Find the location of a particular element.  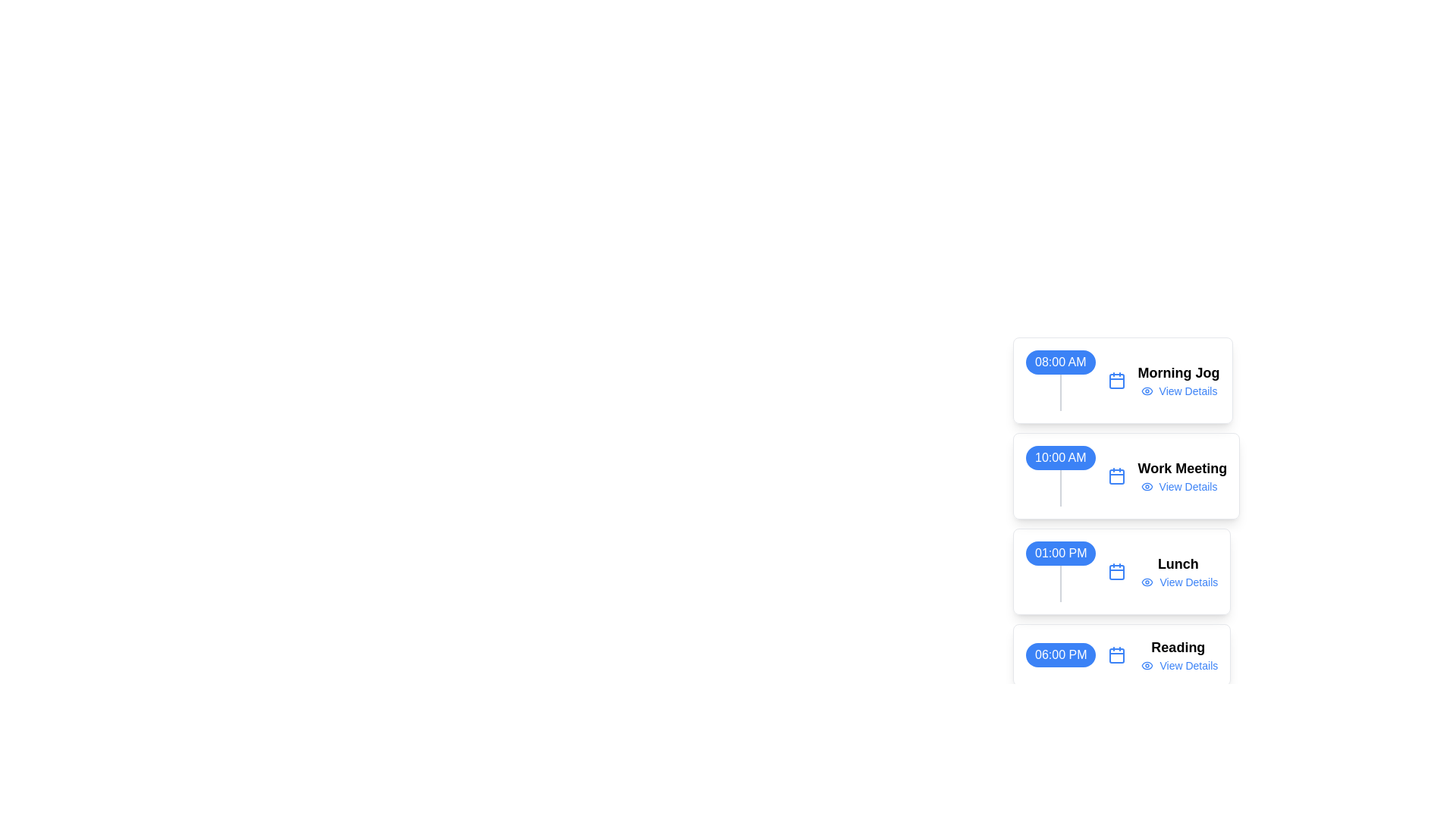

the inner rectangle component of the 'lucide calendar' icon that represents the '06:00 PM Reading' event is located at coordinates (1117, 654).